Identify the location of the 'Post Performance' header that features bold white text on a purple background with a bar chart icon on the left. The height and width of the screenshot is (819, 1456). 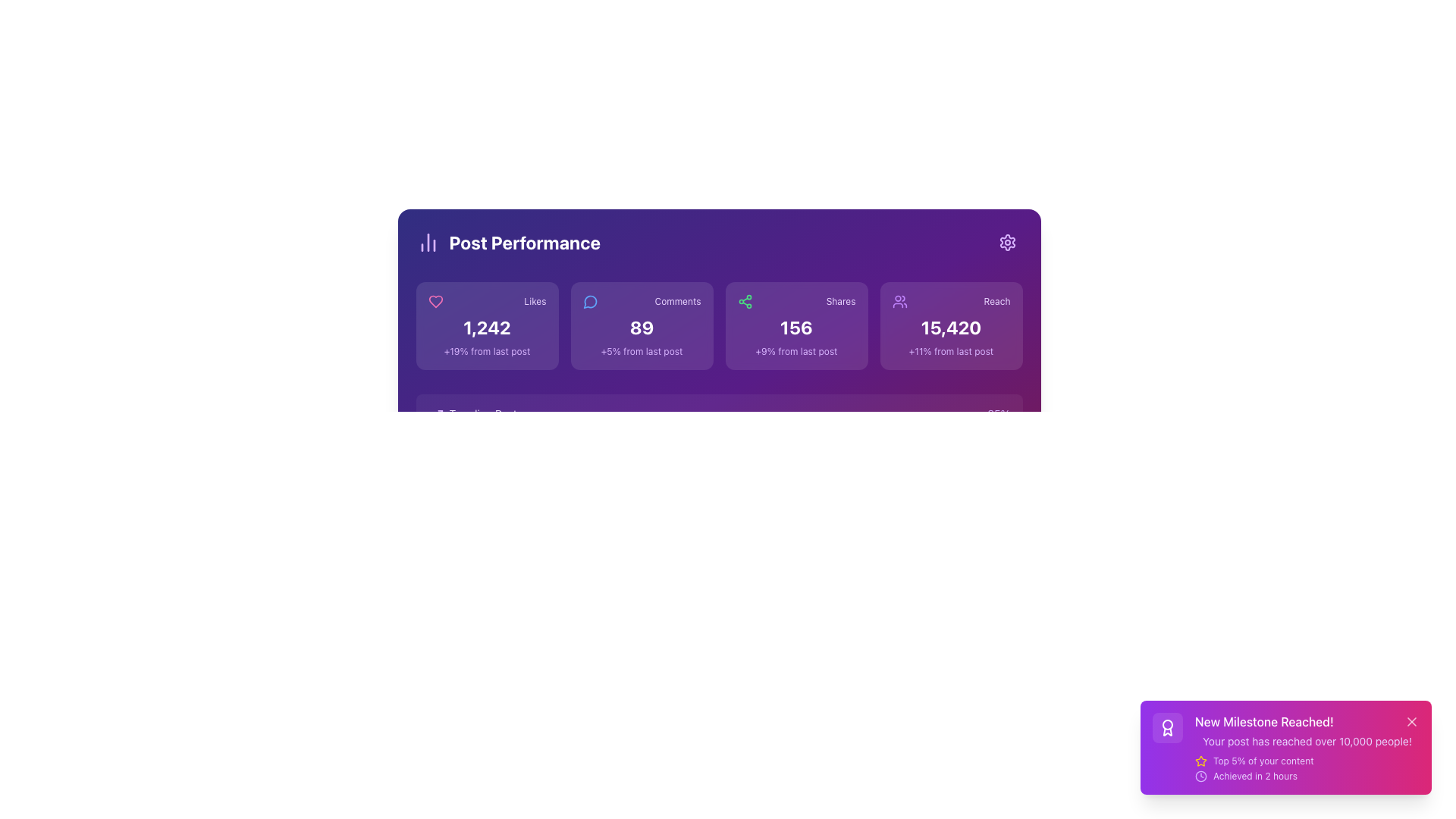
(508, 242).